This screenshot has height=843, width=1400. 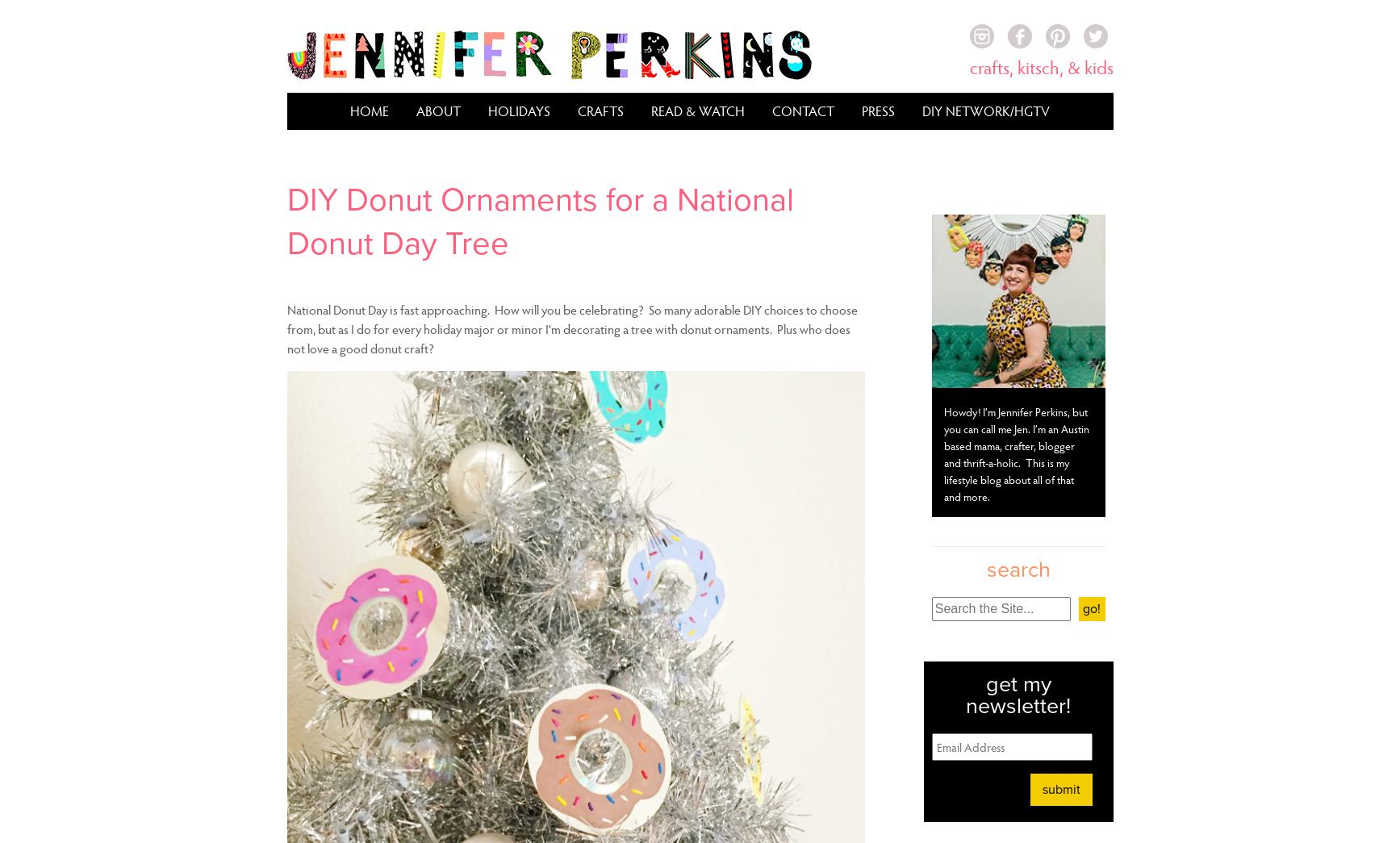 I want to click on 'Read & Watch', so click(x=698, y=110).